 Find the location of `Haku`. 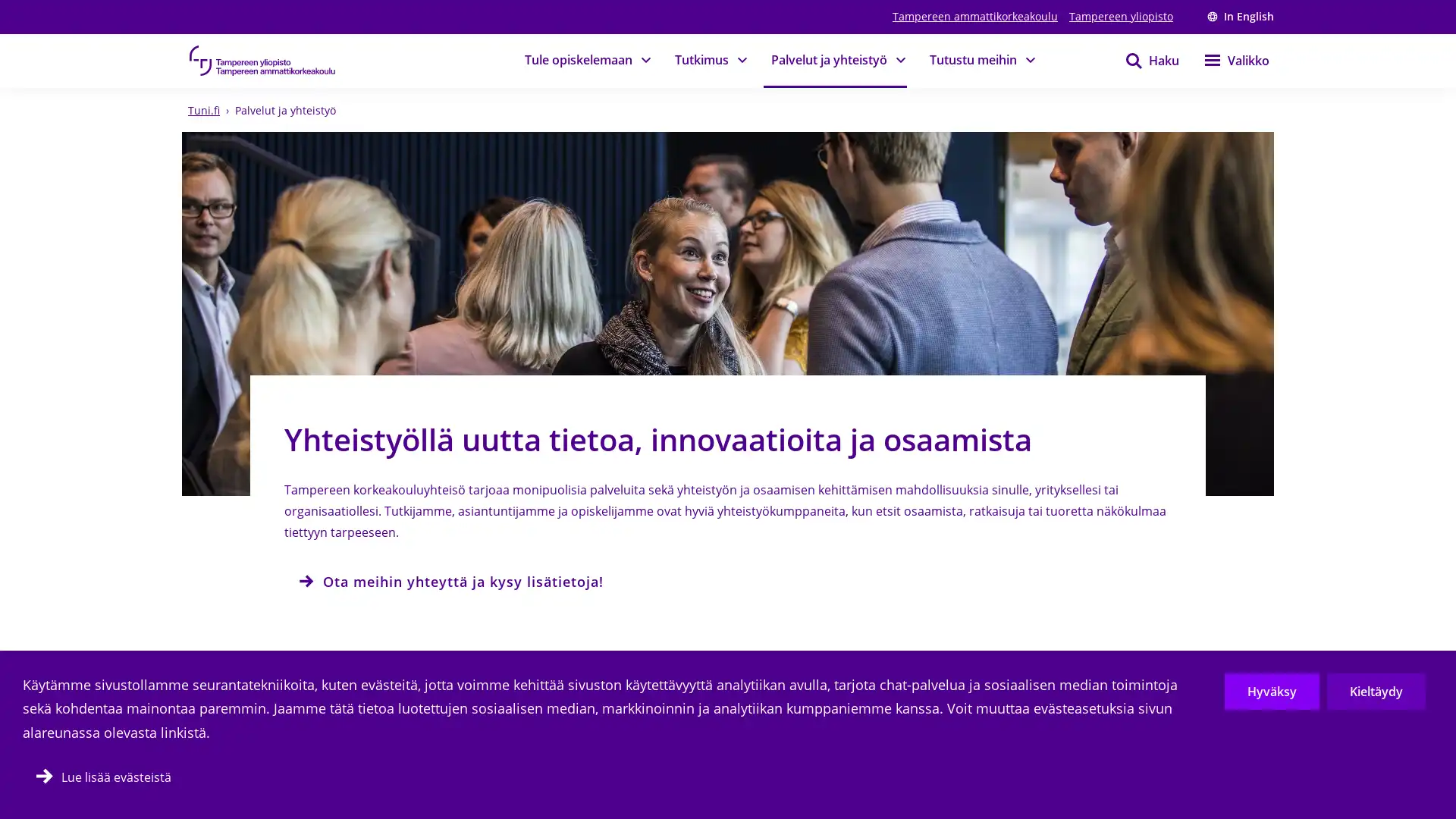

Haku is located at coordinates (1151, 60).